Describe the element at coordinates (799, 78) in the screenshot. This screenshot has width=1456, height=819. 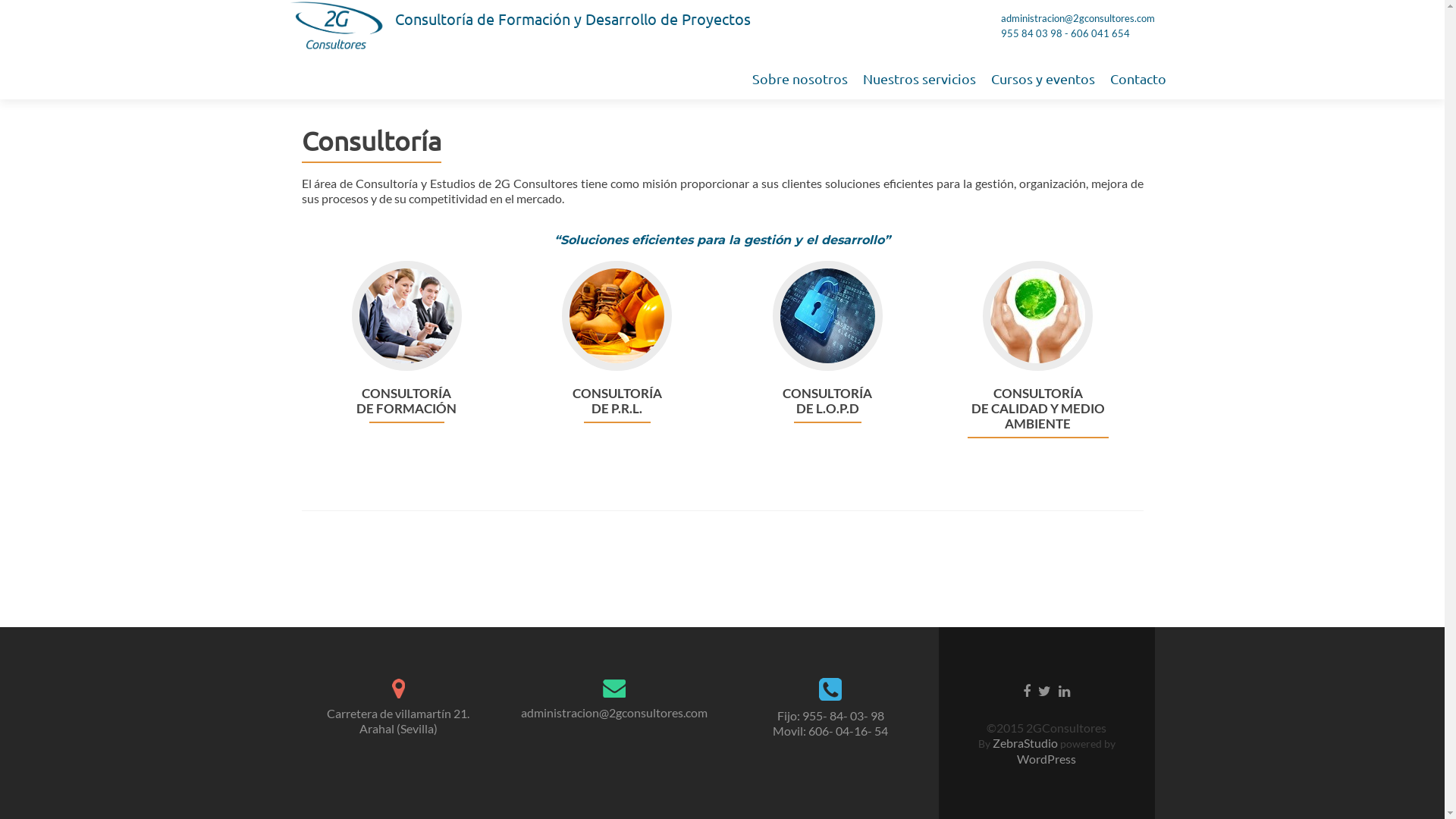
I see `'Sobre nosotros'` at that location.